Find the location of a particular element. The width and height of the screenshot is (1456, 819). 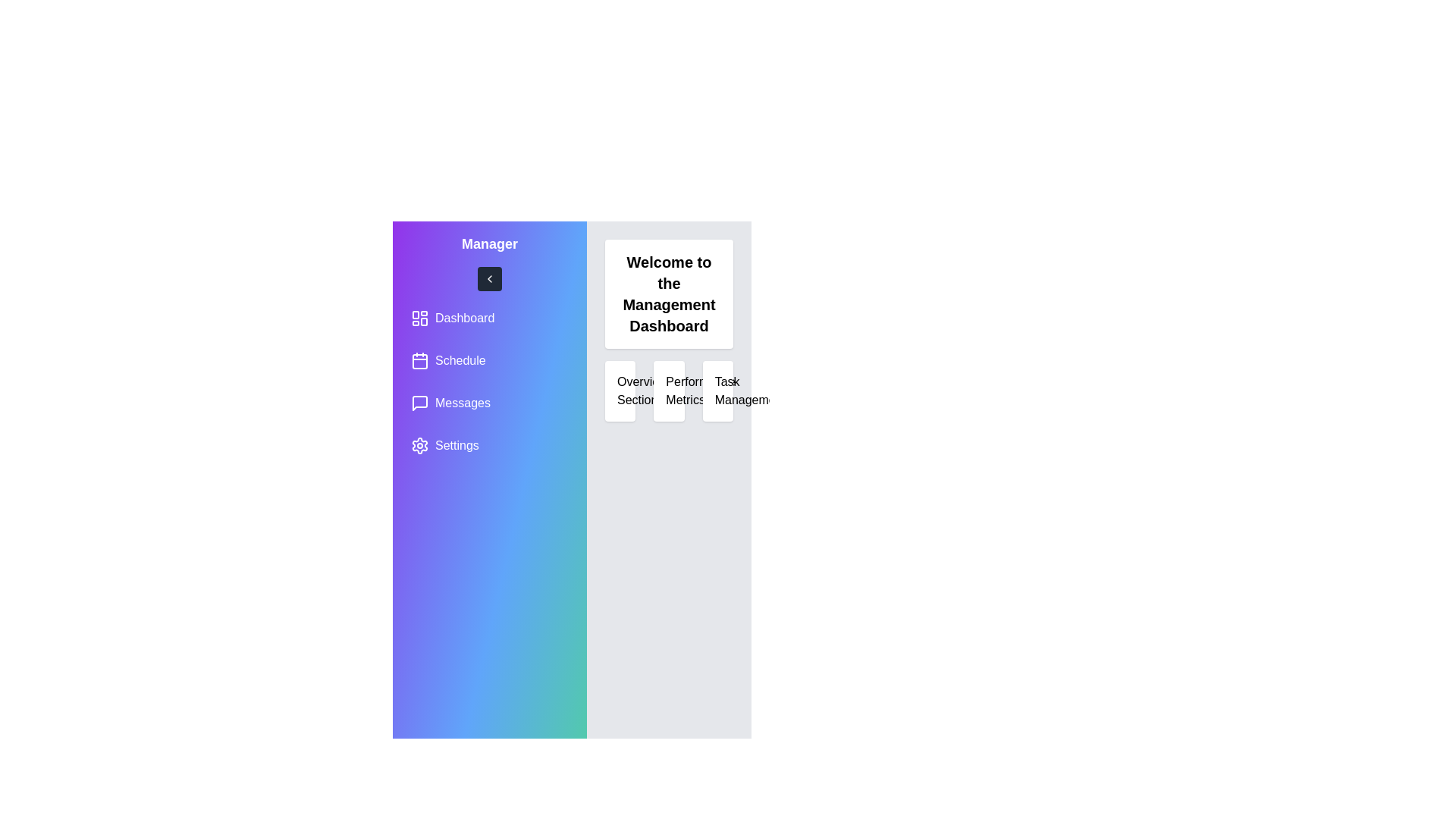

the navigation button that leads to the main dashboard view, located at the top of the left-hand navigation panel, to change its appearance is located at coordinates (490, 318).